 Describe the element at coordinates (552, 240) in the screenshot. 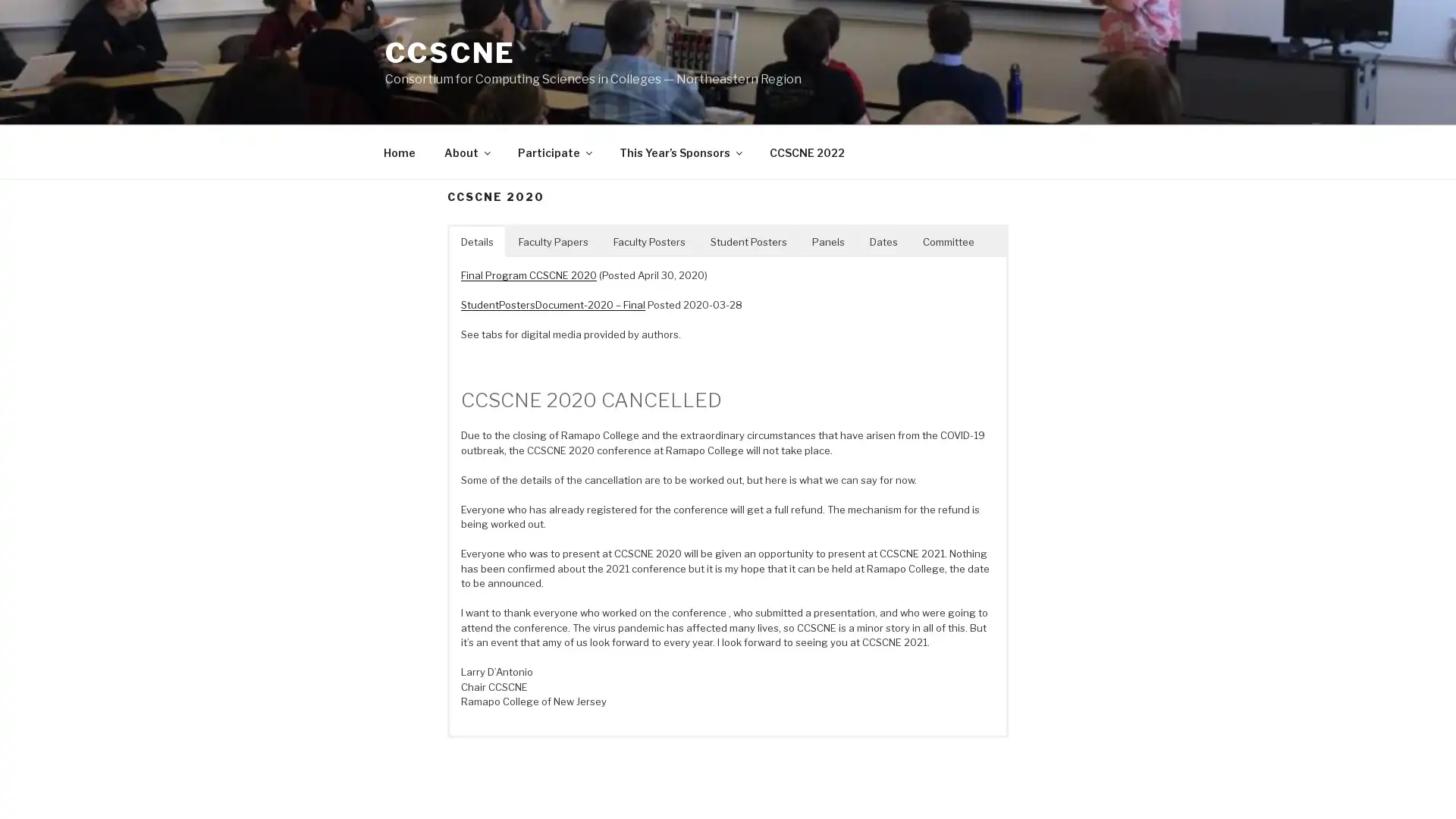

I see `Faculty Papers` at that location.